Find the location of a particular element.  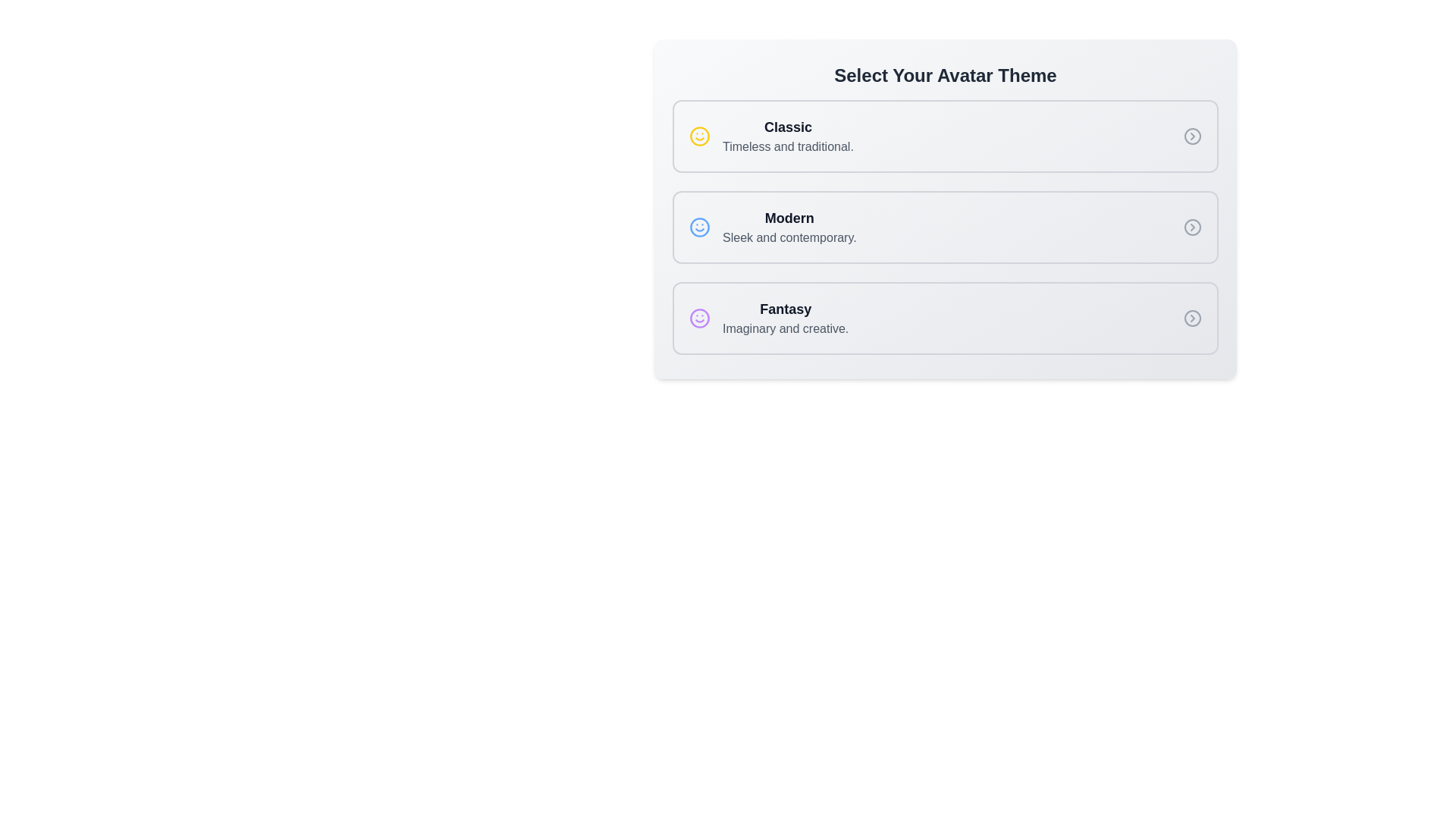

the circular icon with a right-pointing chevron, located to the far right of the 'Fantasy' choice option is located at coordinates (1192, 318).